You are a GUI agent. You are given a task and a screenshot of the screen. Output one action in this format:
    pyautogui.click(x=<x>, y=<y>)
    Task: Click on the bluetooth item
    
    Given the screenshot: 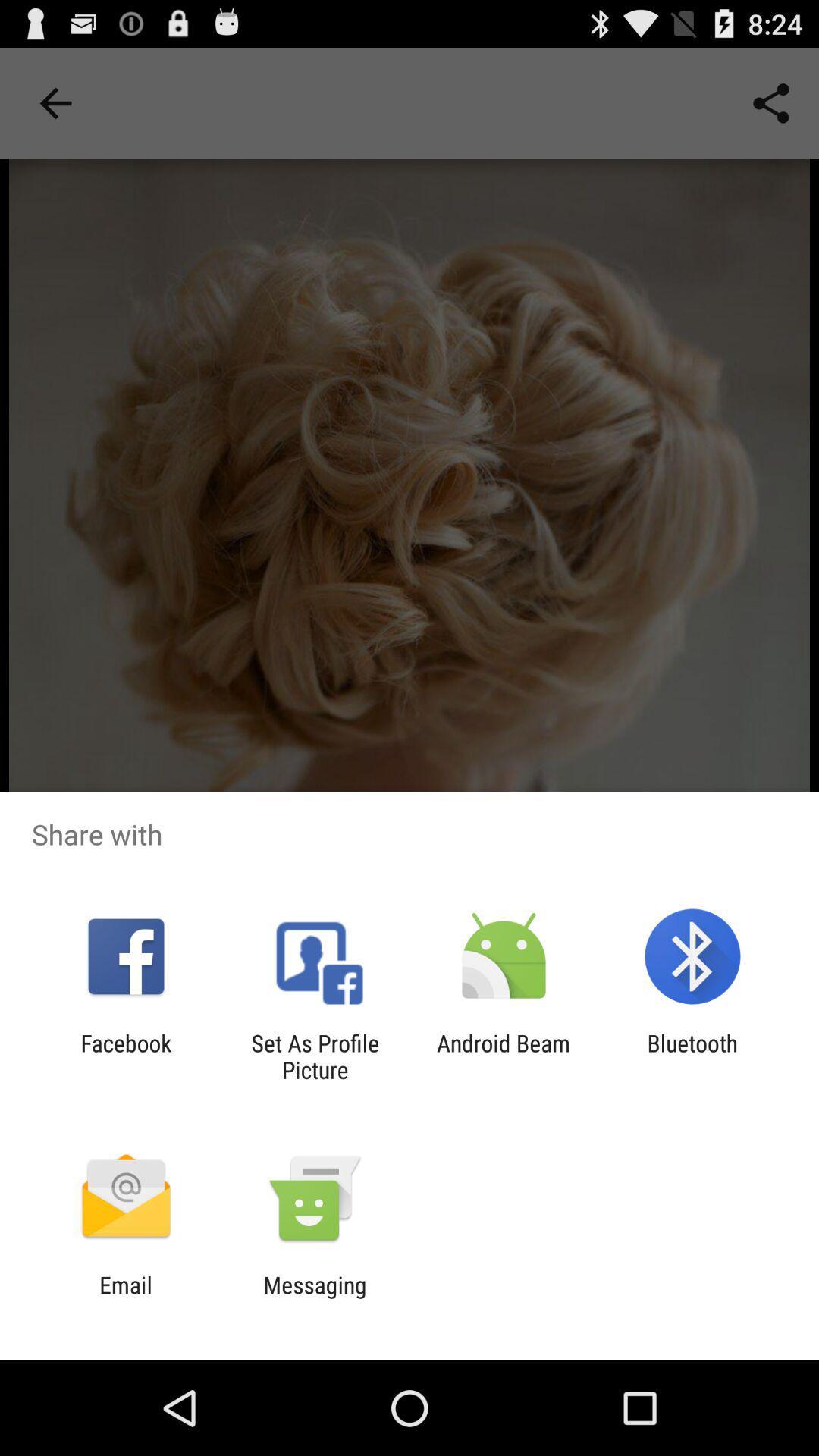 What is the action you would take?
    pyautogui.click(x=692, y=1056)
    